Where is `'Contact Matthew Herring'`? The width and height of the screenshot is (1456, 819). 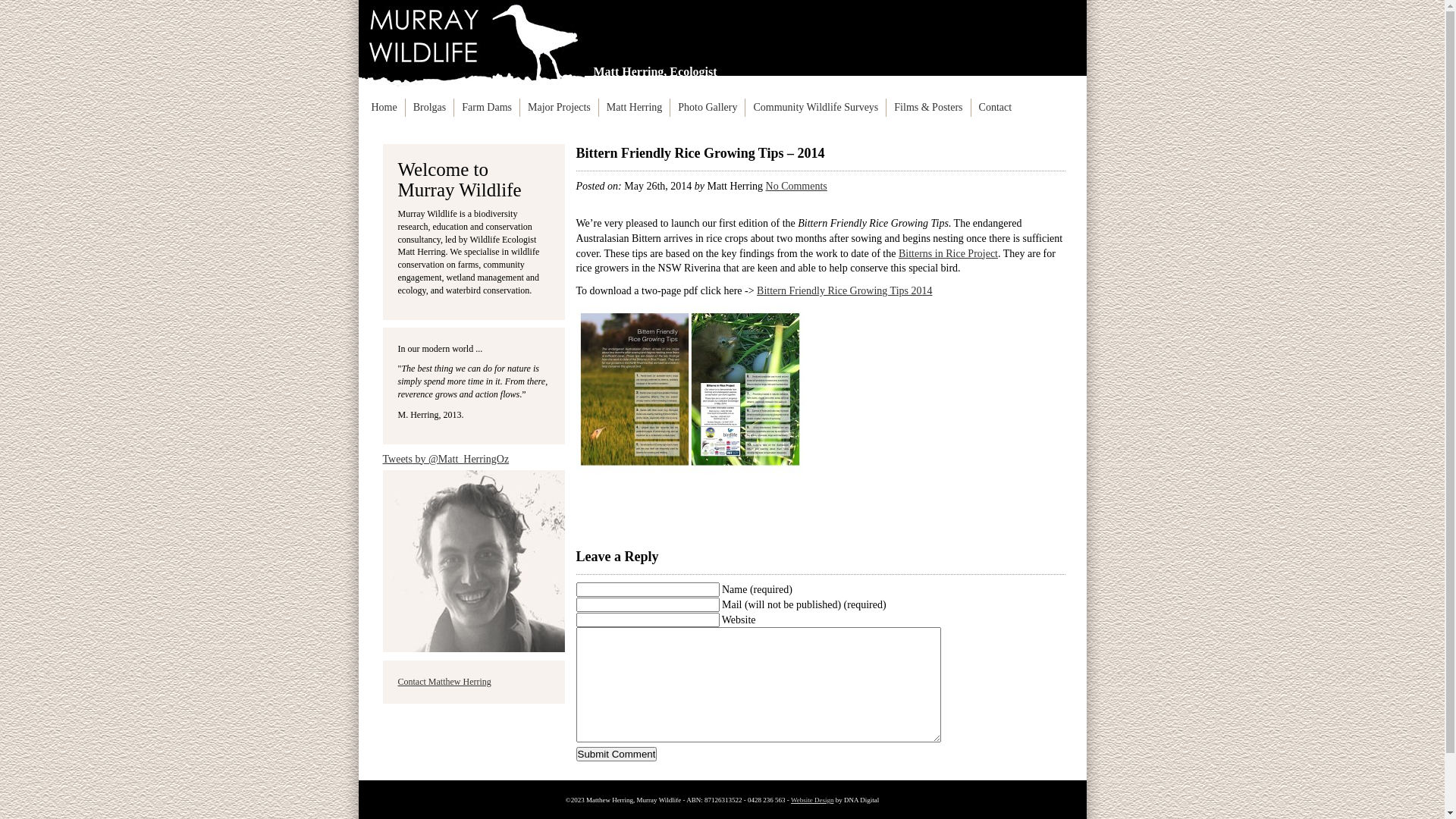 'Contact Matthew Herring' is located at coordinates (443, 680).